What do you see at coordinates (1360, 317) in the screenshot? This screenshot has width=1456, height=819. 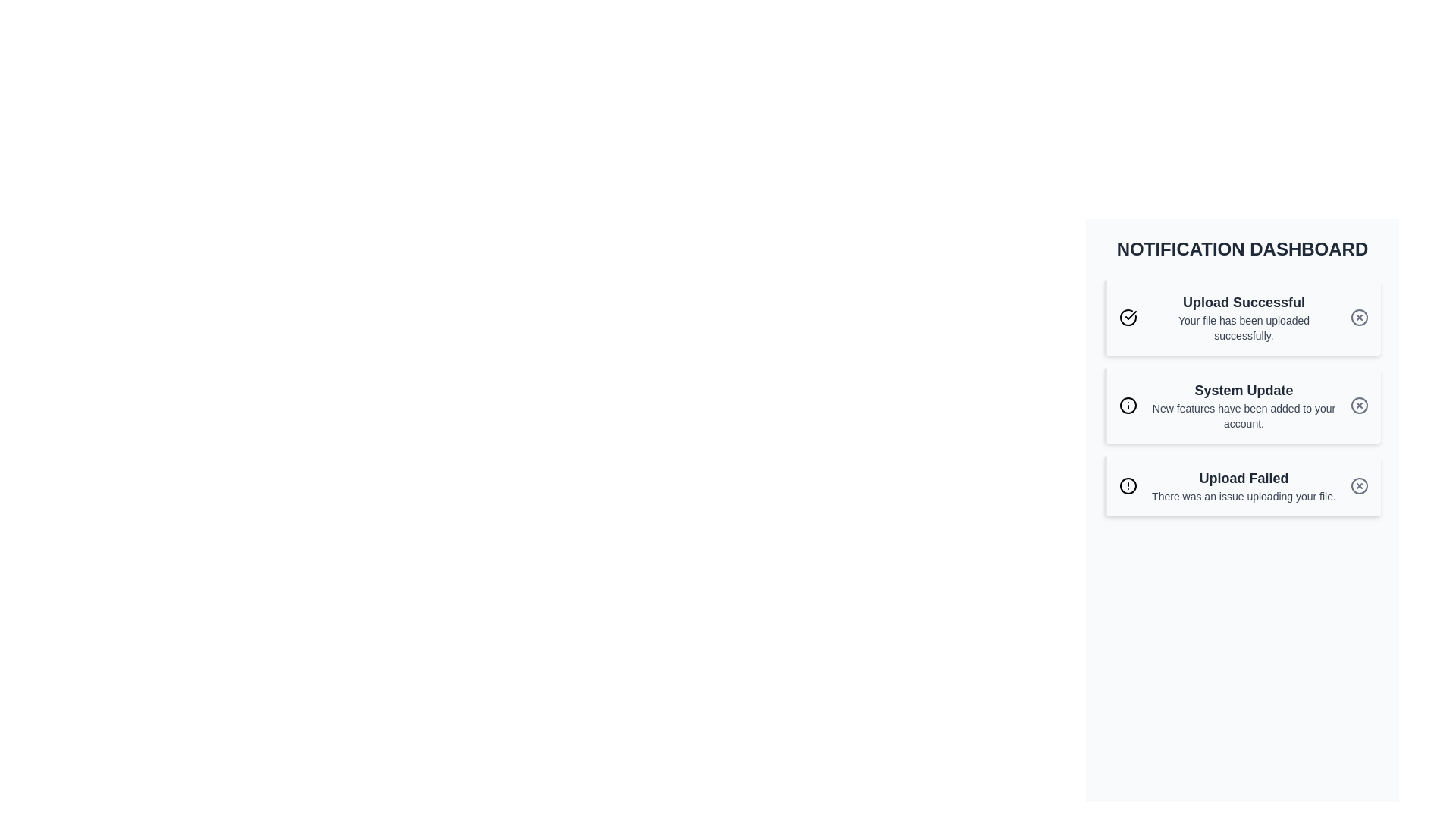 I see `the circular icon element located within the 'Upload Successful' notification` at bounding box center [1360, 317].